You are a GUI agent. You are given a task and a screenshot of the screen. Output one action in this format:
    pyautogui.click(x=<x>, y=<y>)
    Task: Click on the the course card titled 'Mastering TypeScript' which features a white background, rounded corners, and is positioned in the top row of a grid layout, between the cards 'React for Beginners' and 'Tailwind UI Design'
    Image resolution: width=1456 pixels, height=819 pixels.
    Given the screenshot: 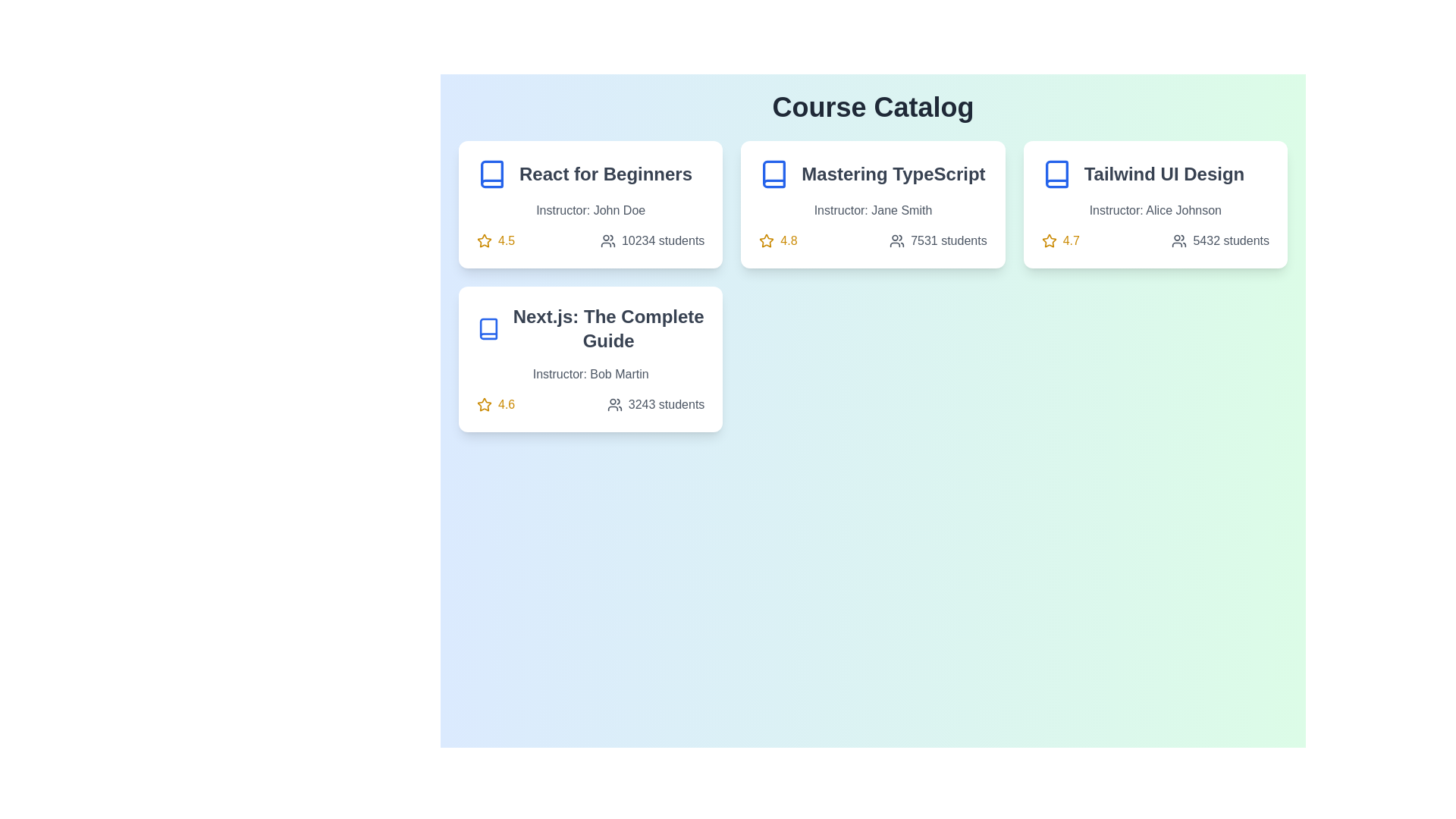 What is the action you would take?
    pyautogui.click(x=873, y=205)
    